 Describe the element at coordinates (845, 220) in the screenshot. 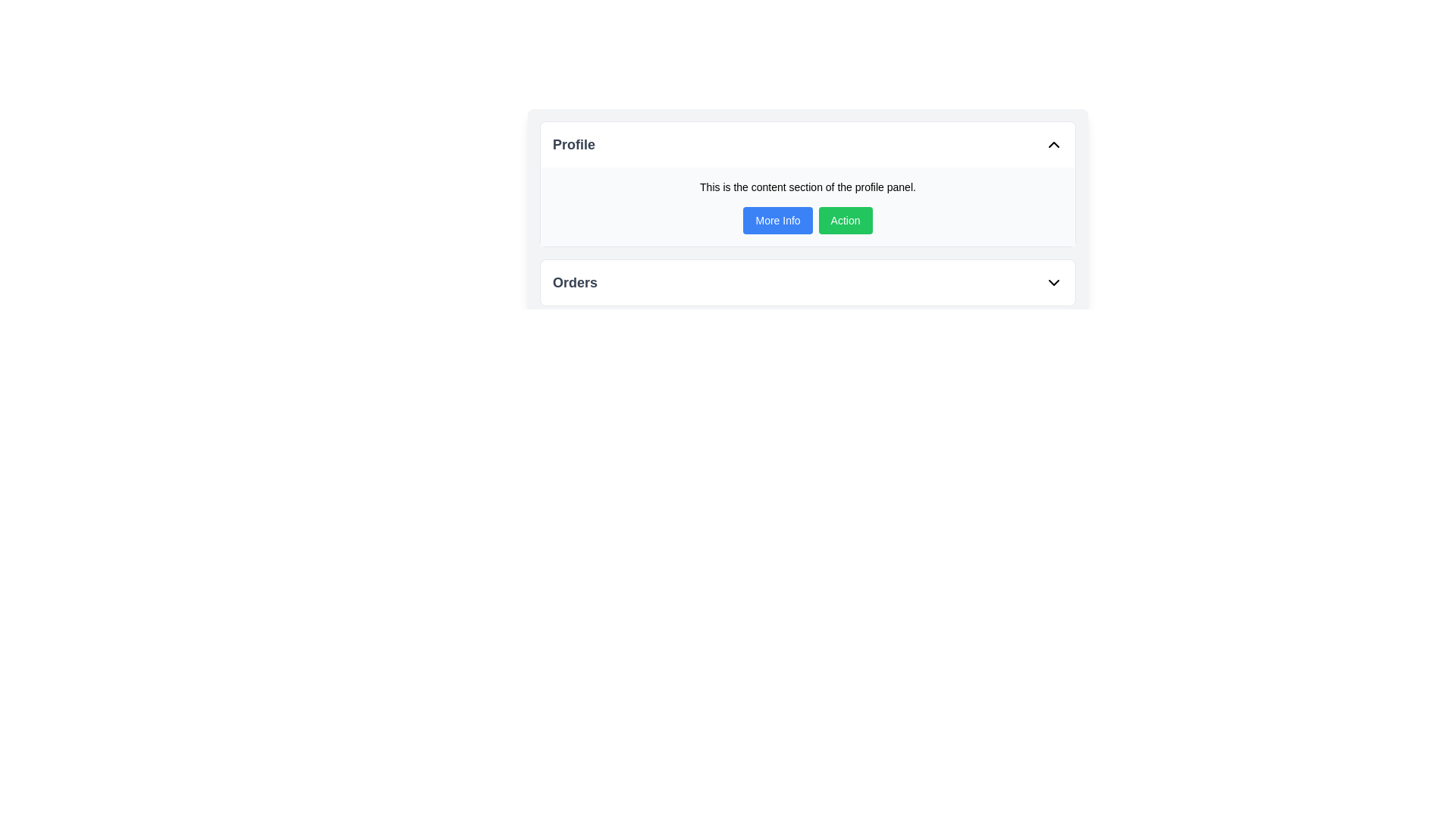

I see `the interactive button located in the 'Profile' panel, positioned to the right of the blue 'More Info' button, to initiate the related action` at that location.